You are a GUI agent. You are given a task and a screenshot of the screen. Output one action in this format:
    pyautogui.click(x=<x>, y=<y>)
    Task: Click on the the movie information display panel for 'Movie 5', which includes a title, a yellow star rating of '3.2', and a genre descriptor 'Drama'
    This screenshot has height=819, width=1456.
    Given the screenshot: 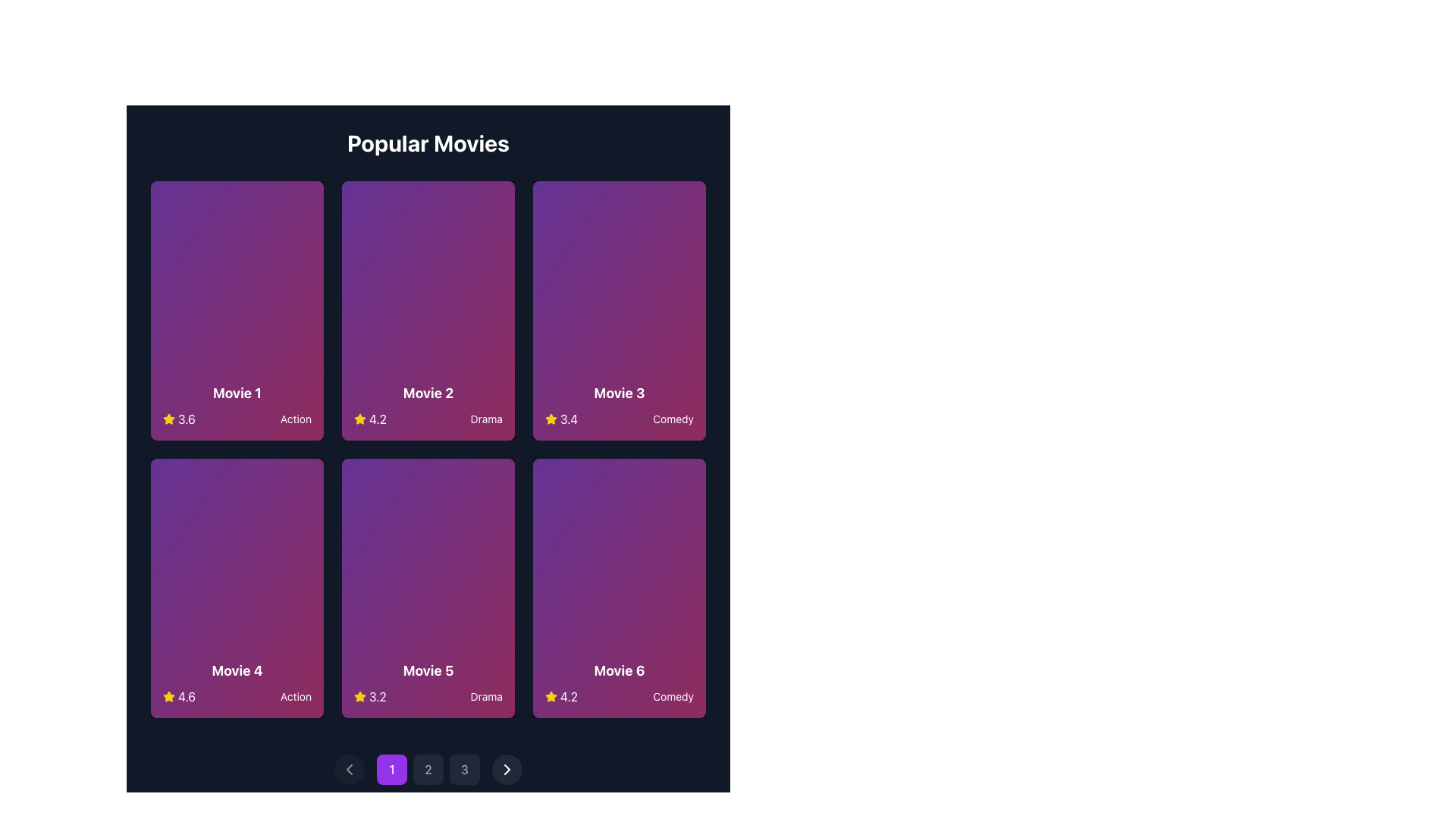 What is the action you would take?
    pyautogui.click(x=428, y=683)
    